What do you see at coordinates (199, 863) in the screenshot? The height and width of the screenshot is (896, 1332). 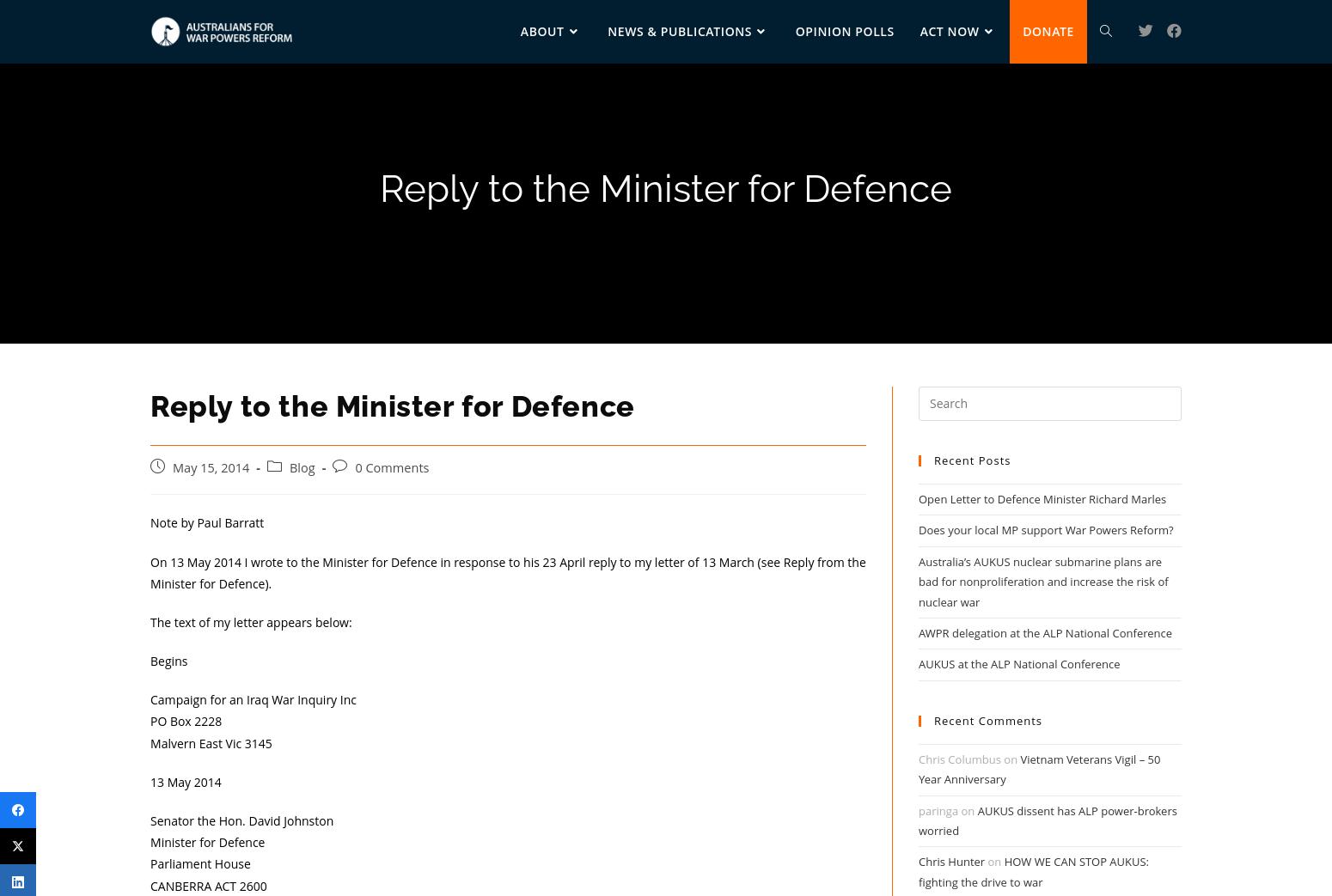 I see `'Parliament House'` at bounding box center [199, 863].